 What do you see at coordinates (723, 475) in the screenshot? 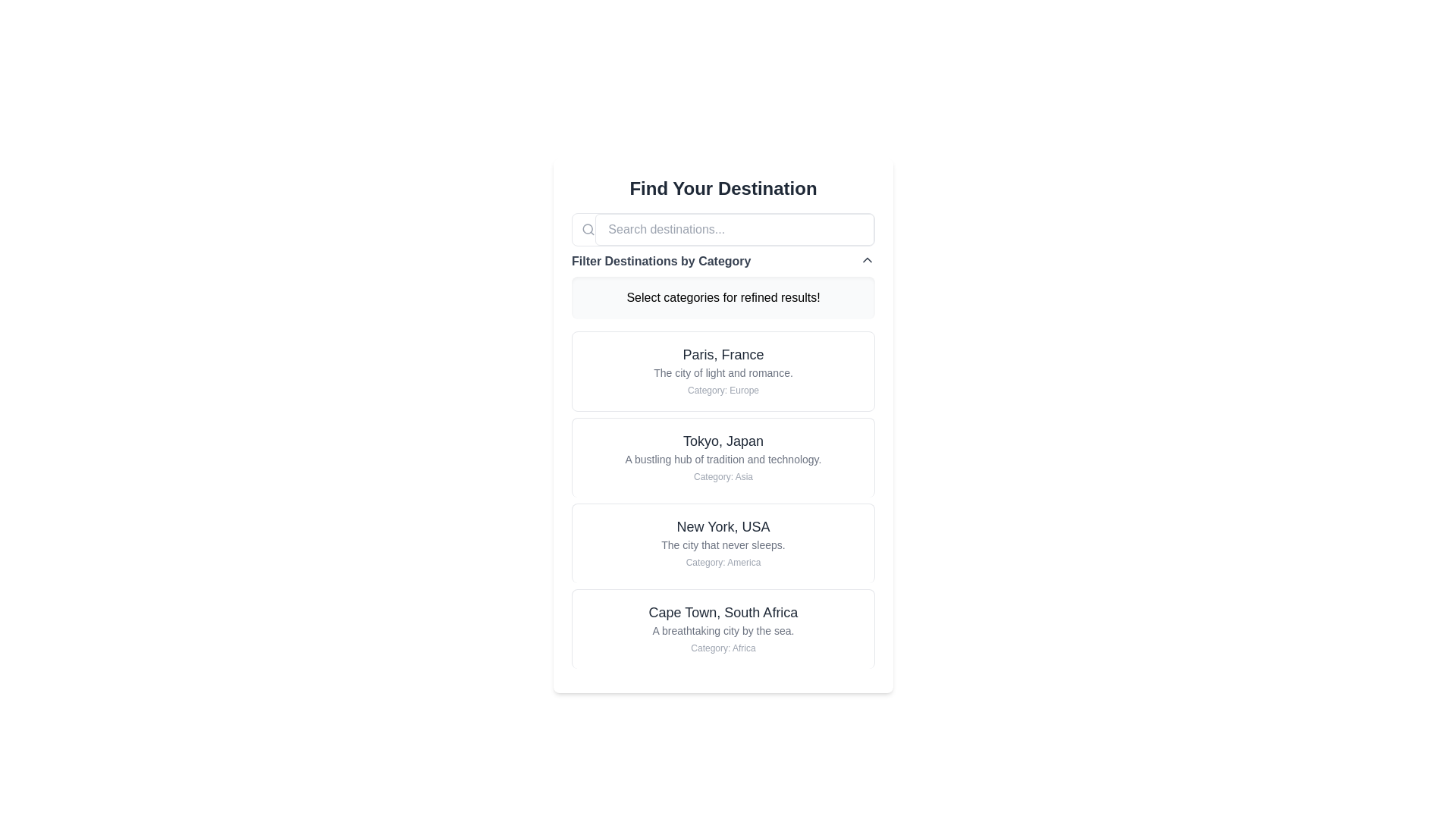
I see `the small text label displaying 'Category: Asia', which is styled with a light gray color and is located under the main heading 'Tokyo, Japan'` at bounding box center [723, 475].